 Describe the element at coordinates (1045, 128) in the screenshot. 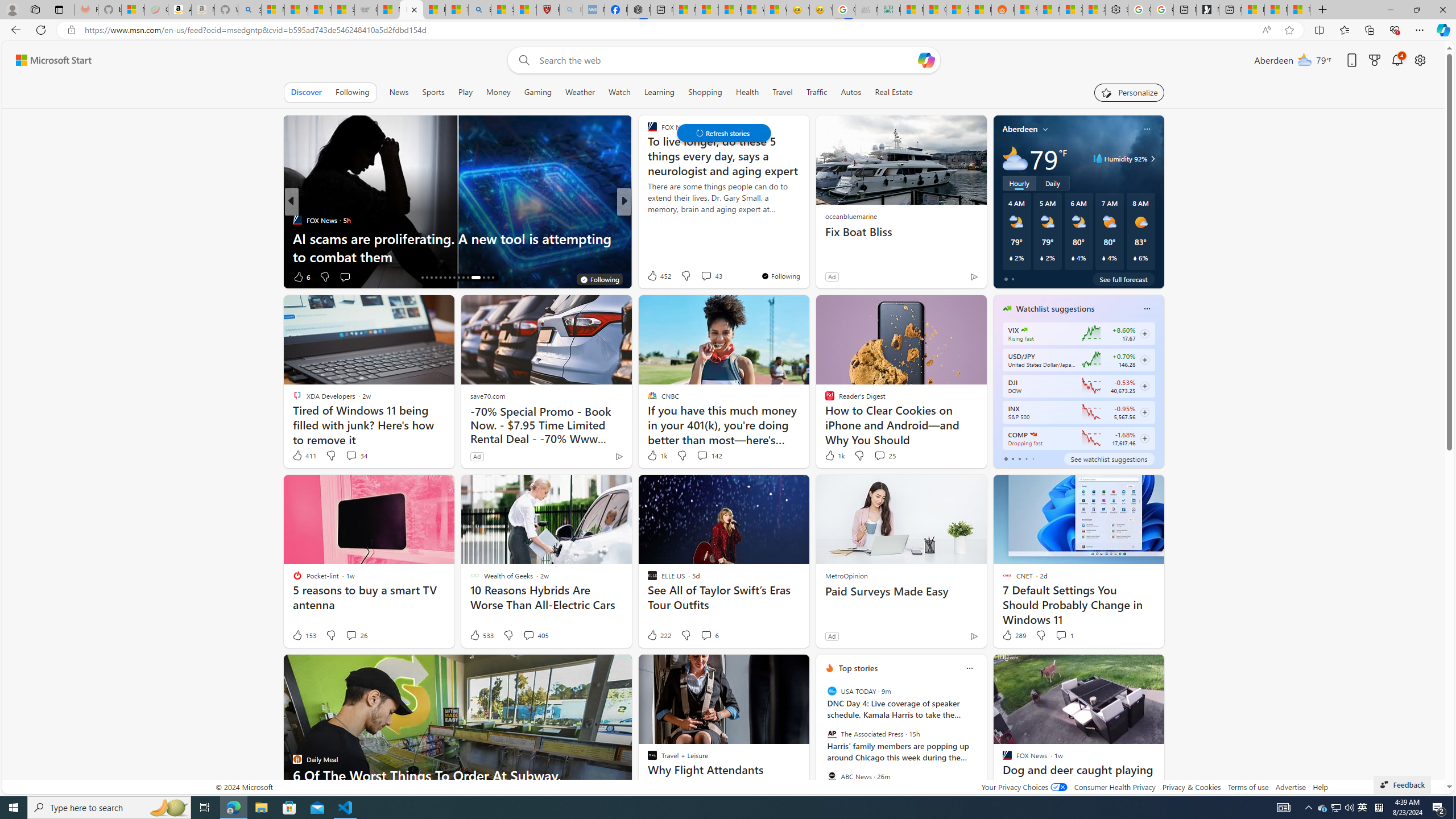

I see `'My location'` at that location.